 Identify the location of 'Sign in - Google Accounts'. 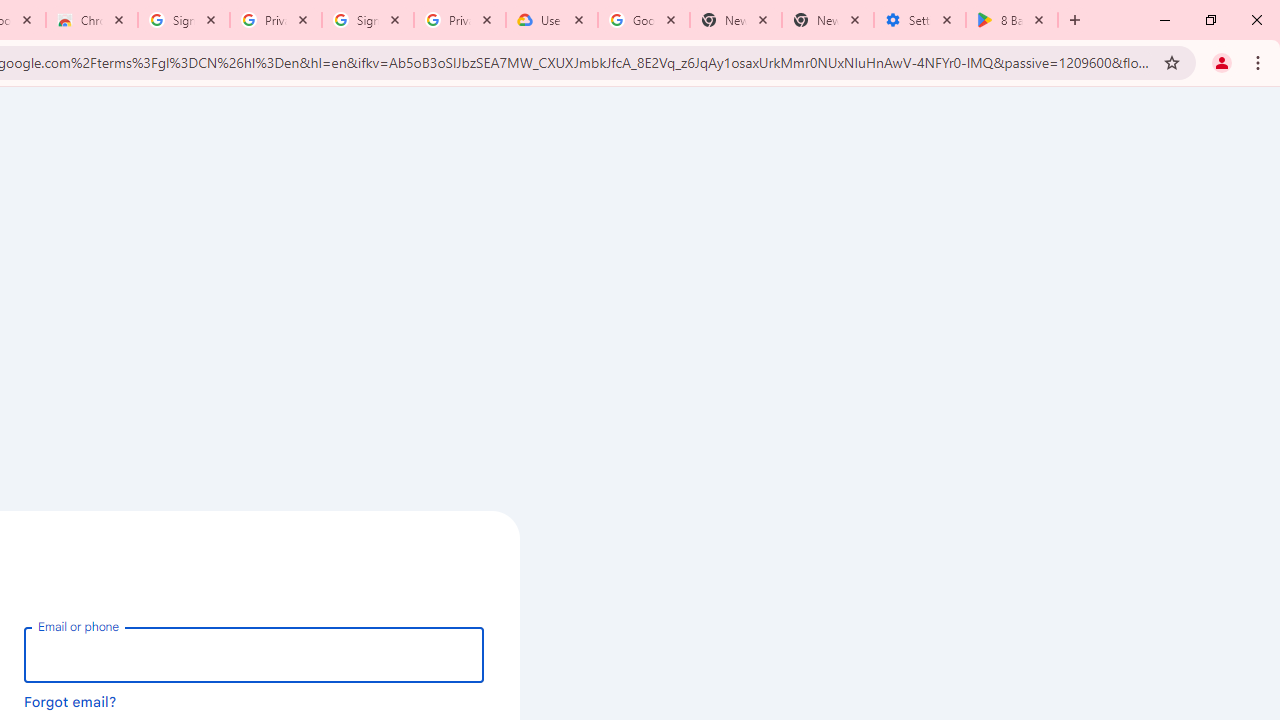
(368, 20).